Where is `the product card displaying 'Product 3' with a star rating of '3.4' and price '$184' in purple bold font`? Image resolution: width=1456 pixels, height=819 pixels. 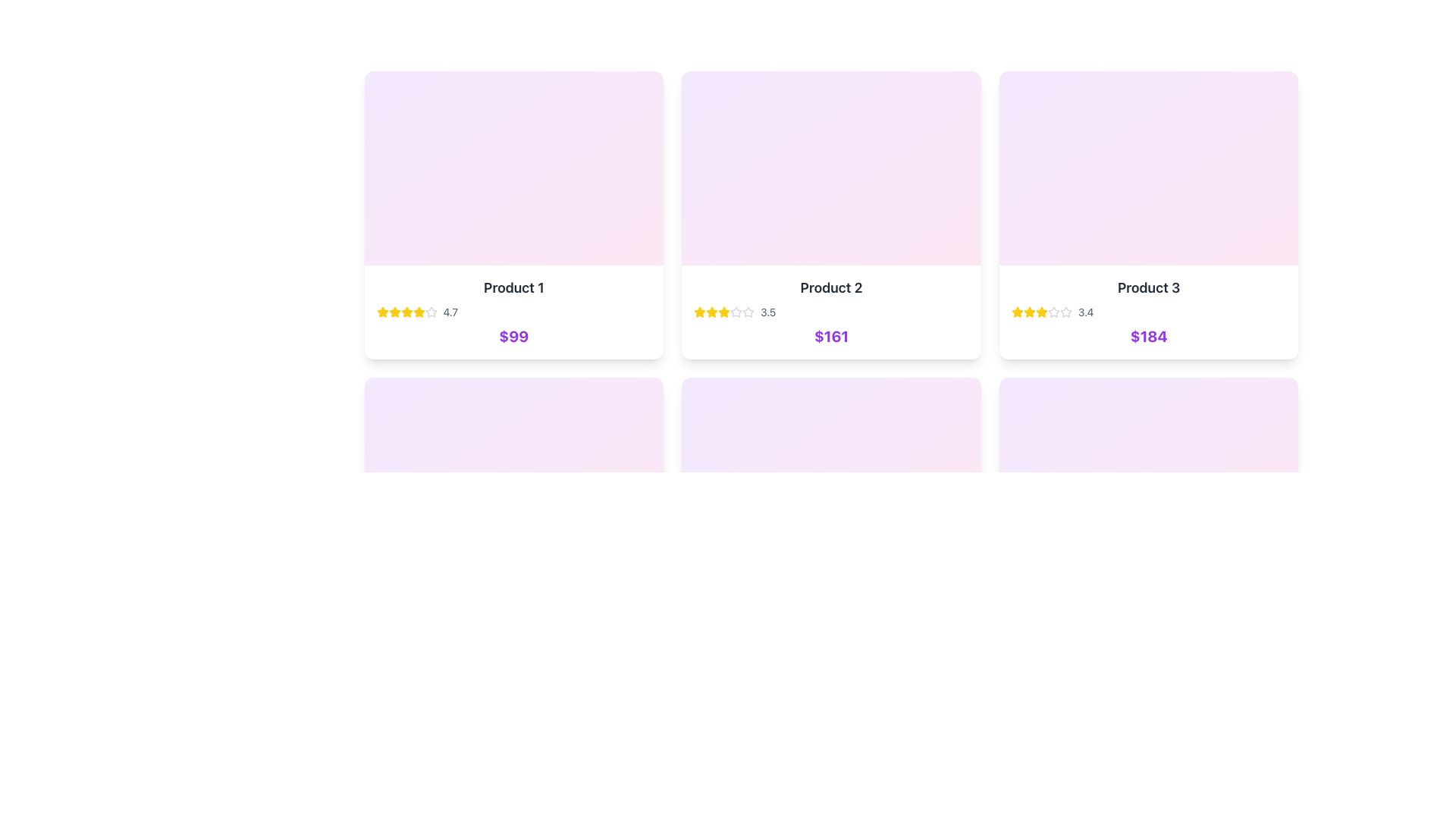 the product card displaying 'Product 3' with a star rating of '3.4' and price '$184' in purple bold font is located at coordinates (1149, 312).